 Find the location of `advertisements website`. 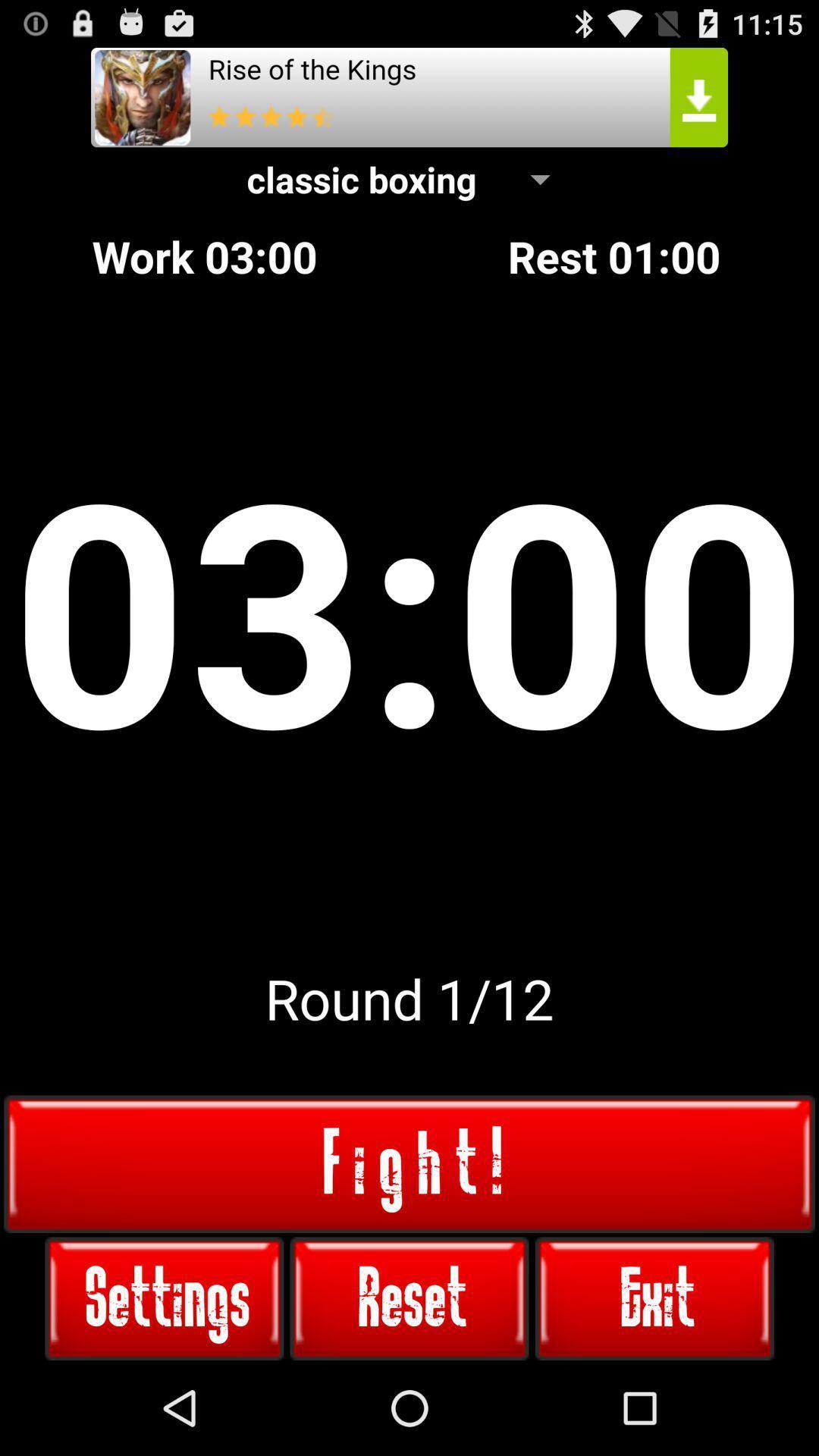

advertisements website is located at coordinates (409, 96).